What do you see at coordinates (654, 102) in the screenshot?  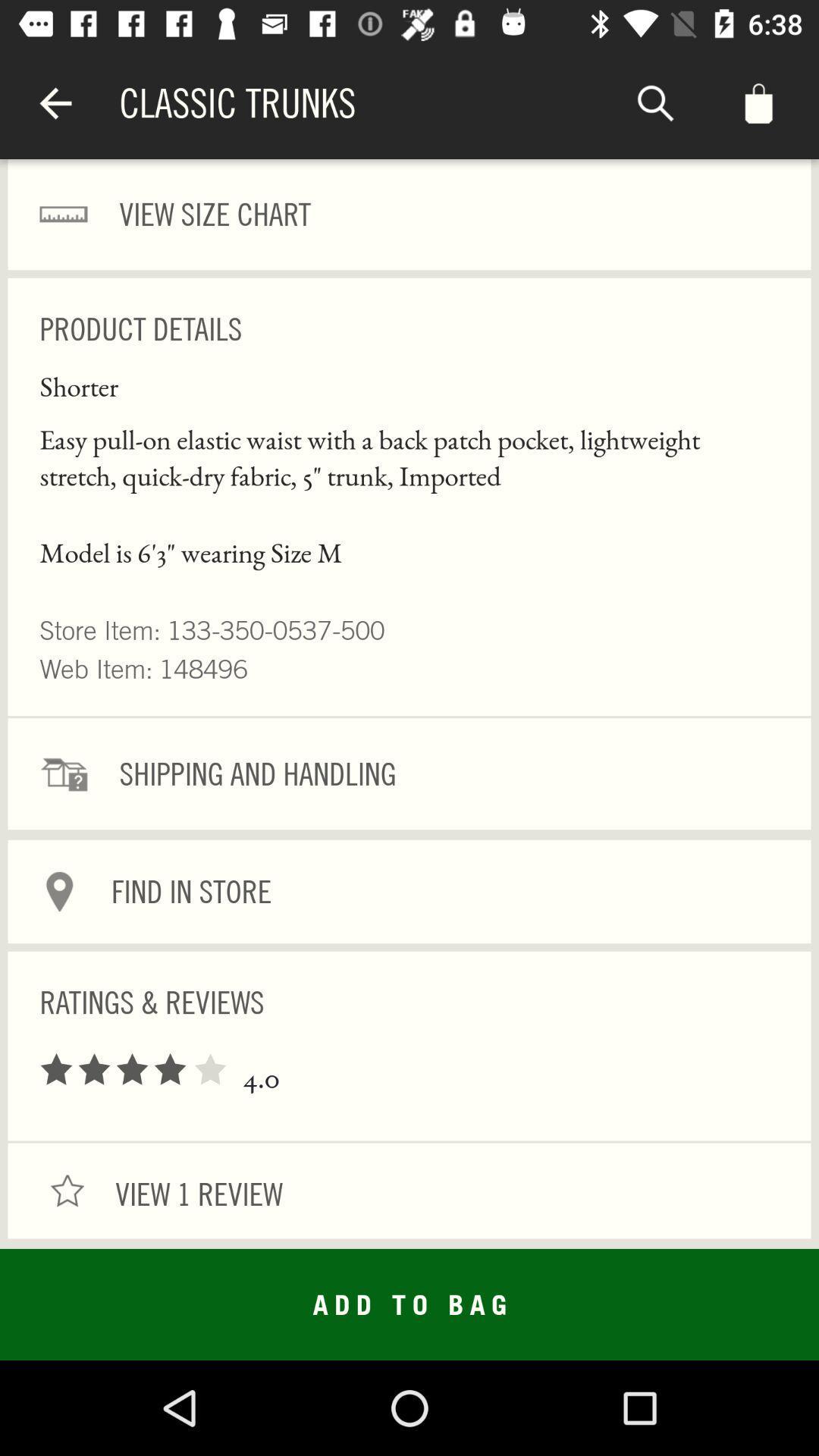 I see `the icon next to classic trunks item` at bounding box center [654, 102].